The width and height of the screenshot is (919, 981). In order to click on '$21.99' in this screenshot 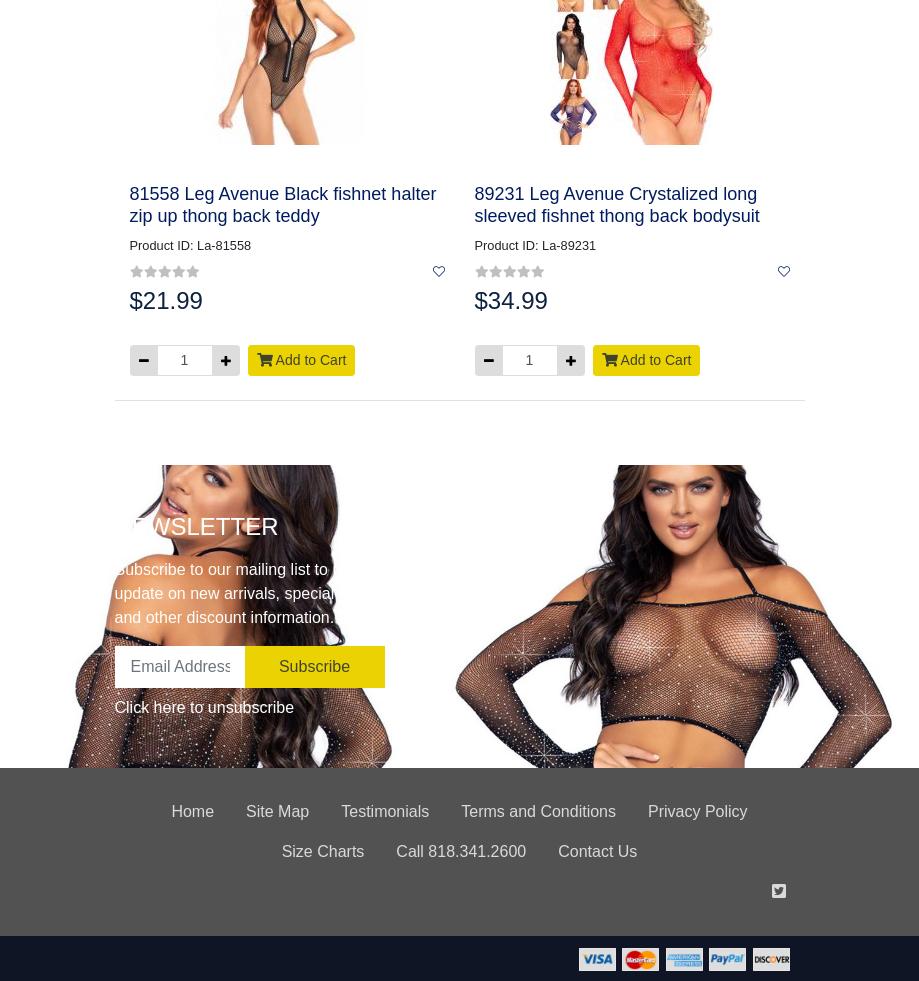, I will do `click(164, 298)`.